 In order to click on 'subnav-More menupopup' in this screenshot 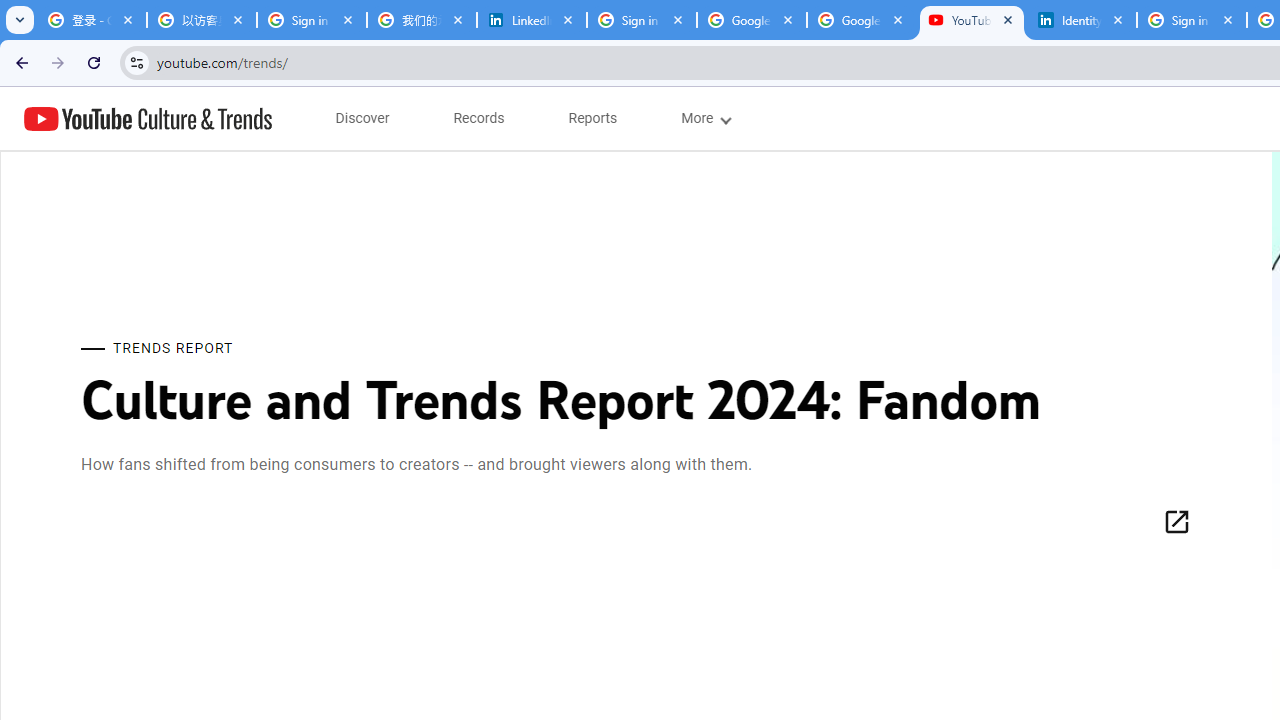, I will do `click(705, 118)`.